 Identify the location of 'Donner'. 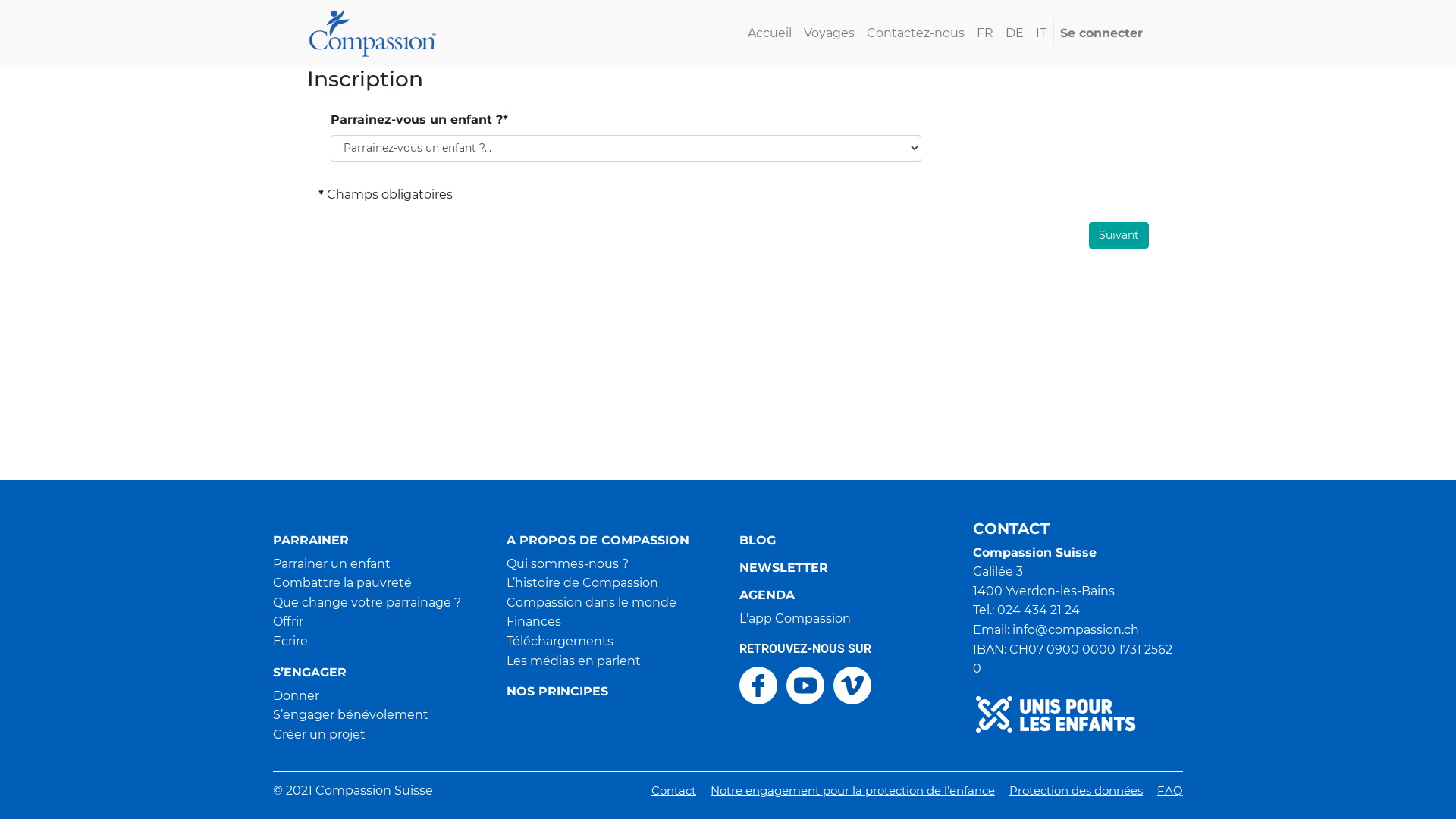
(296, 695).